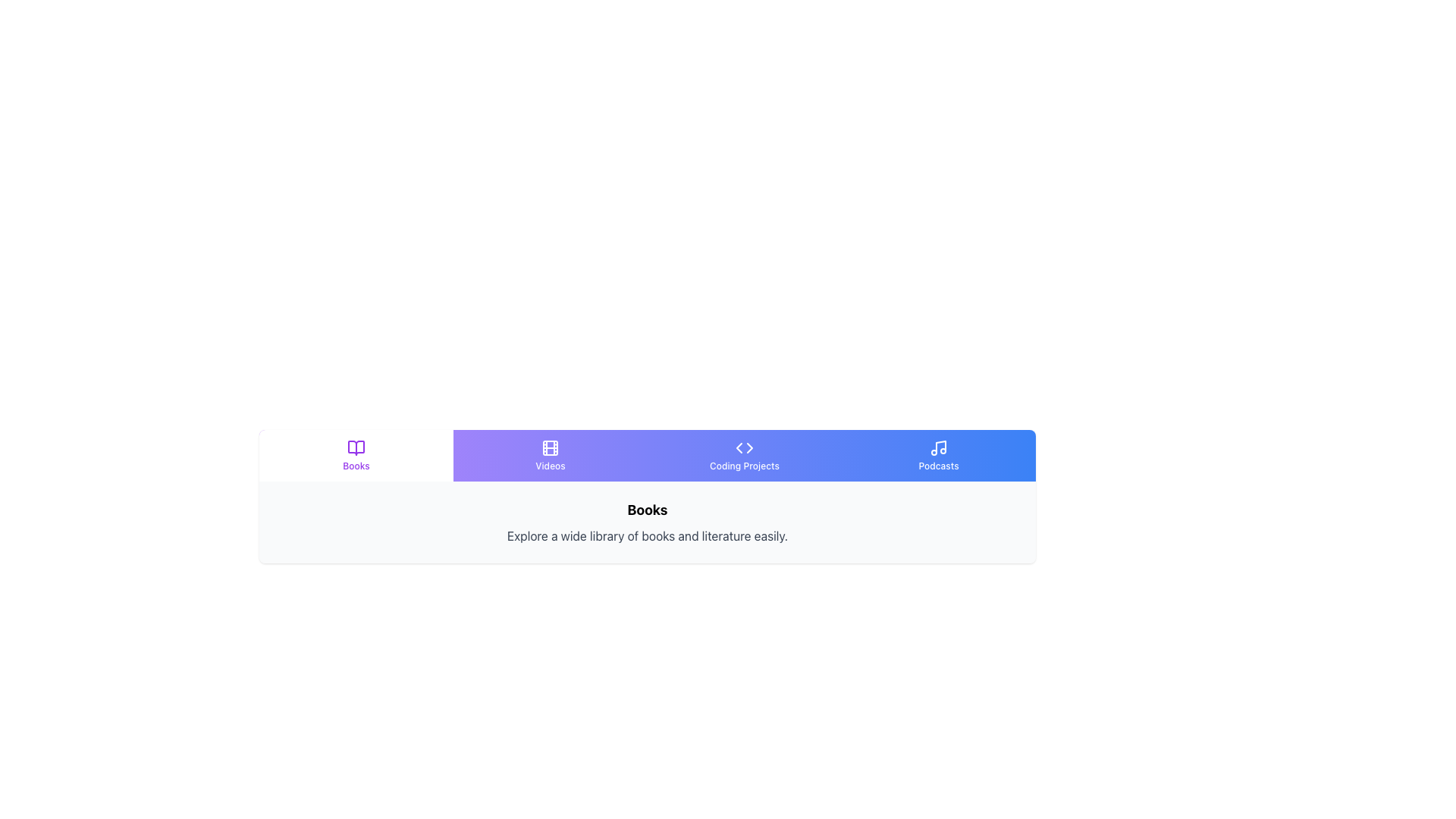 This screenshot has width=1456, height=819. Describe the element at coordinates (648, 510) in the screenshot. I see `the bold text element labeled 'Books', which is styled with a large font size and black color, located at the top-center of the interface above the descriptive text` at that location.